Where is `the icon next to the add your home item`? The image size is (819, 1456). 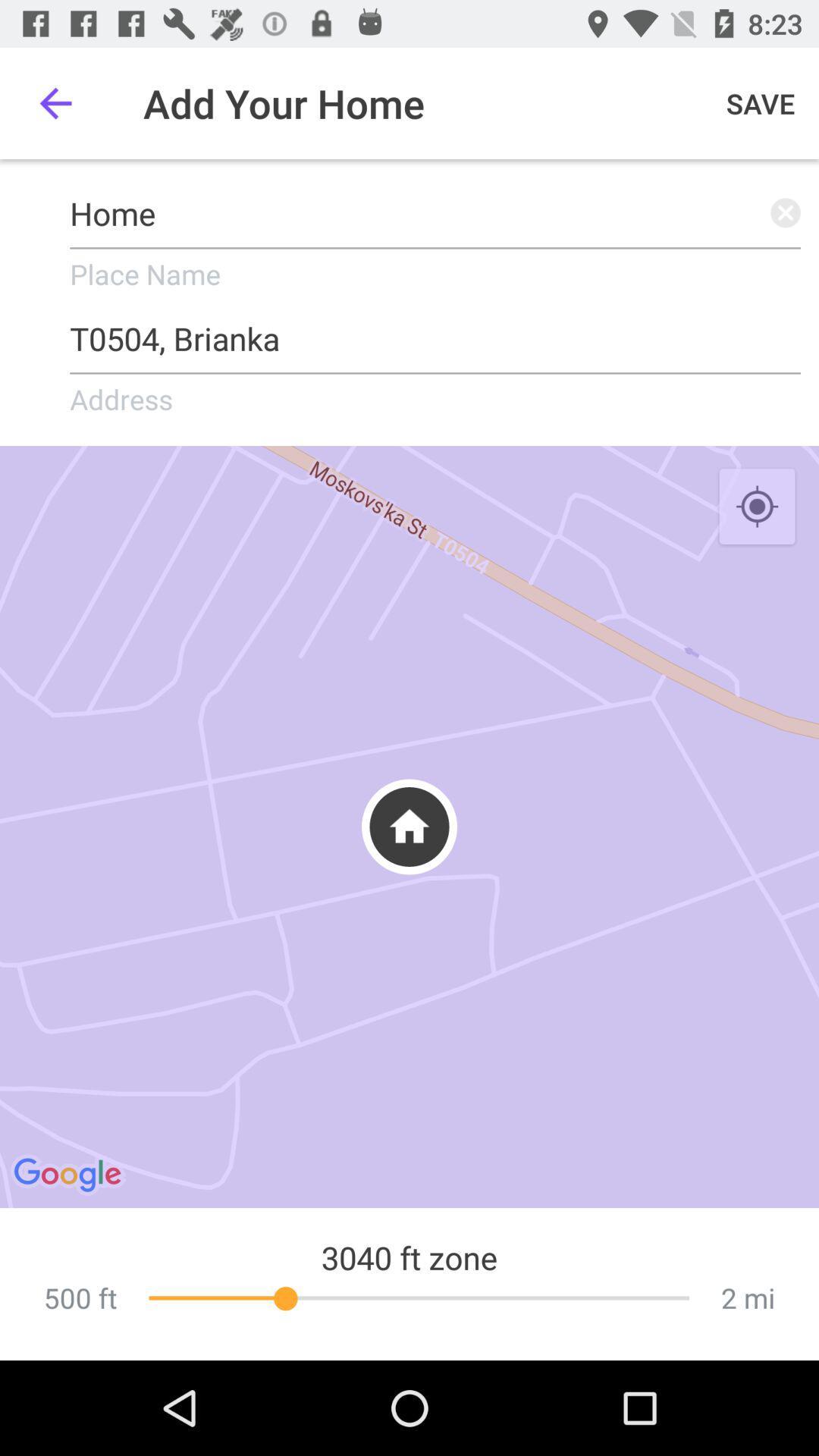 the icon next to the add your home item is located at coordinates (761, 102).